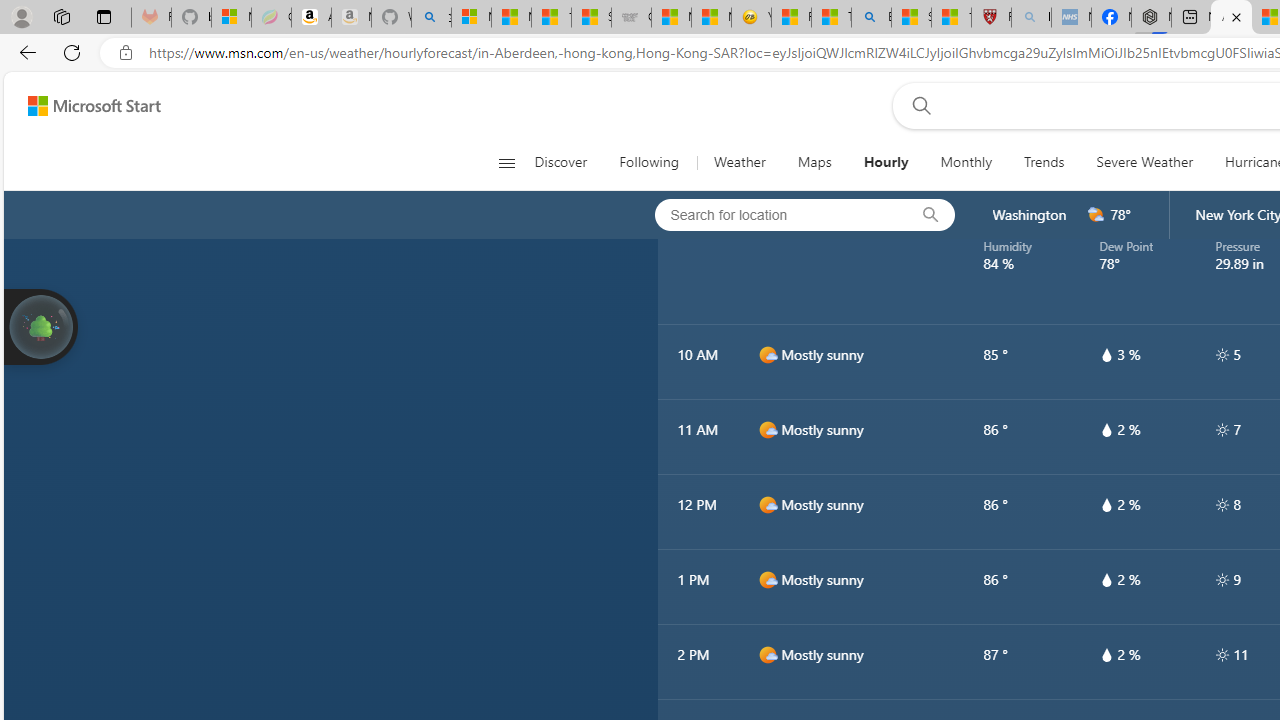 The width and height of the screenshot is (1280, 720). I want to click on 'Join us in planting real trees to help our planet!', so click(40, 324).